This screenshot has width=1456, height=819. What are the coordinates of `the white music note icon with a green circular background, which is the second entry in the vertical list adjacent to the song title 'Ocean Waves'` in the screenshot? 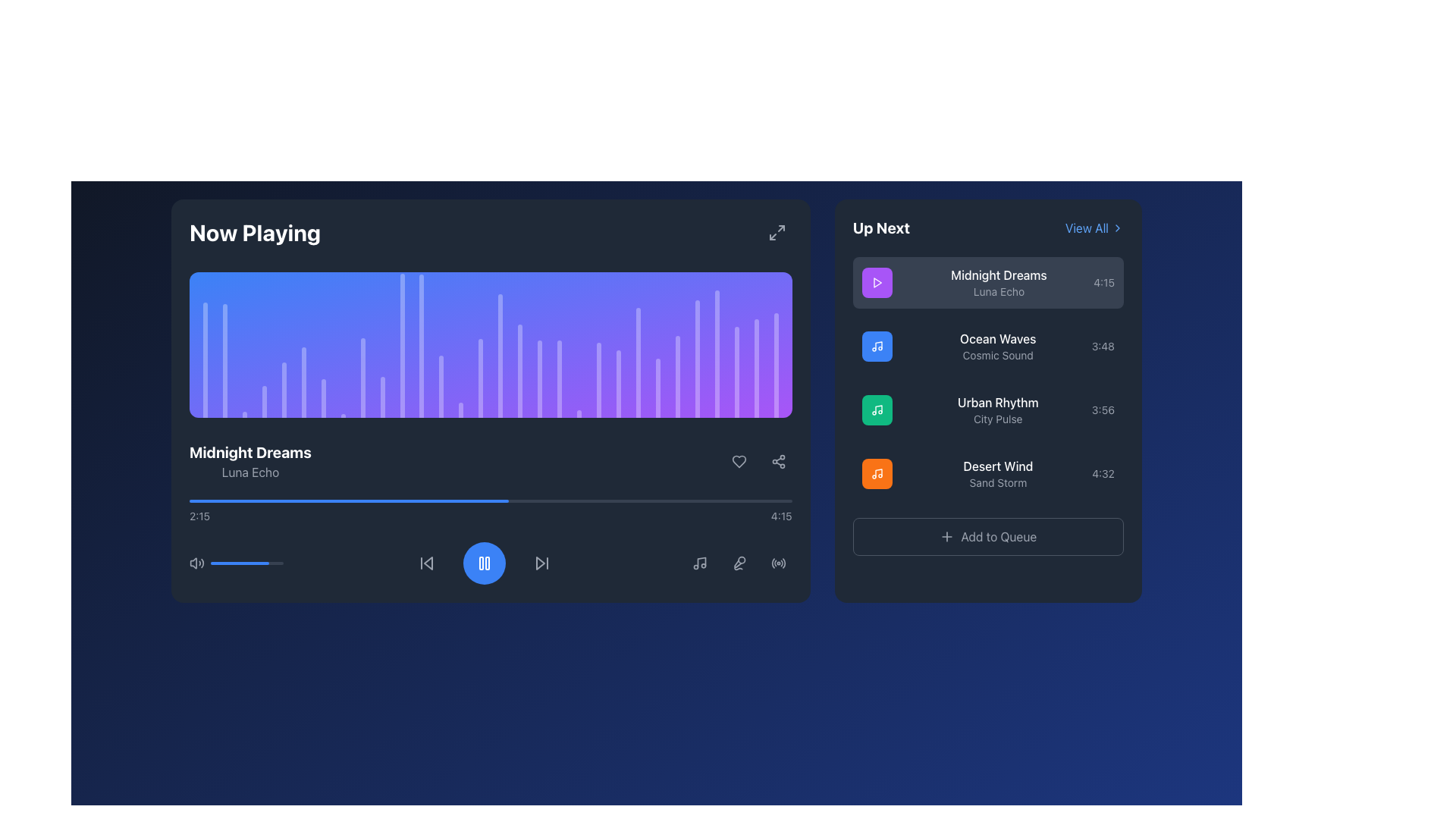 It's located at (877, 409).